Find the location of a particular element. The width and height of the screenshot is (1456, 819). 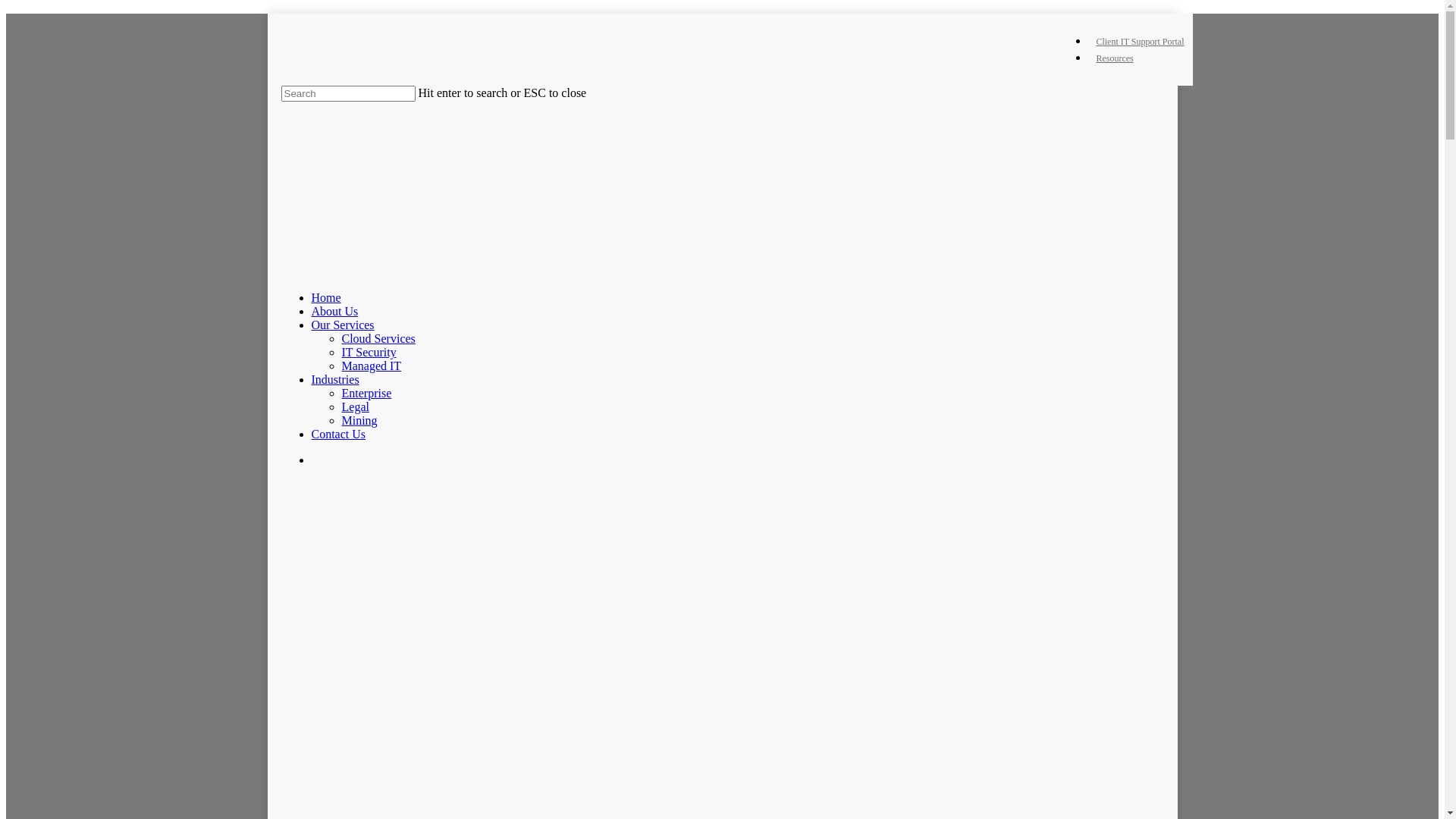

'Our Services' is located at coordinates (341, 324).